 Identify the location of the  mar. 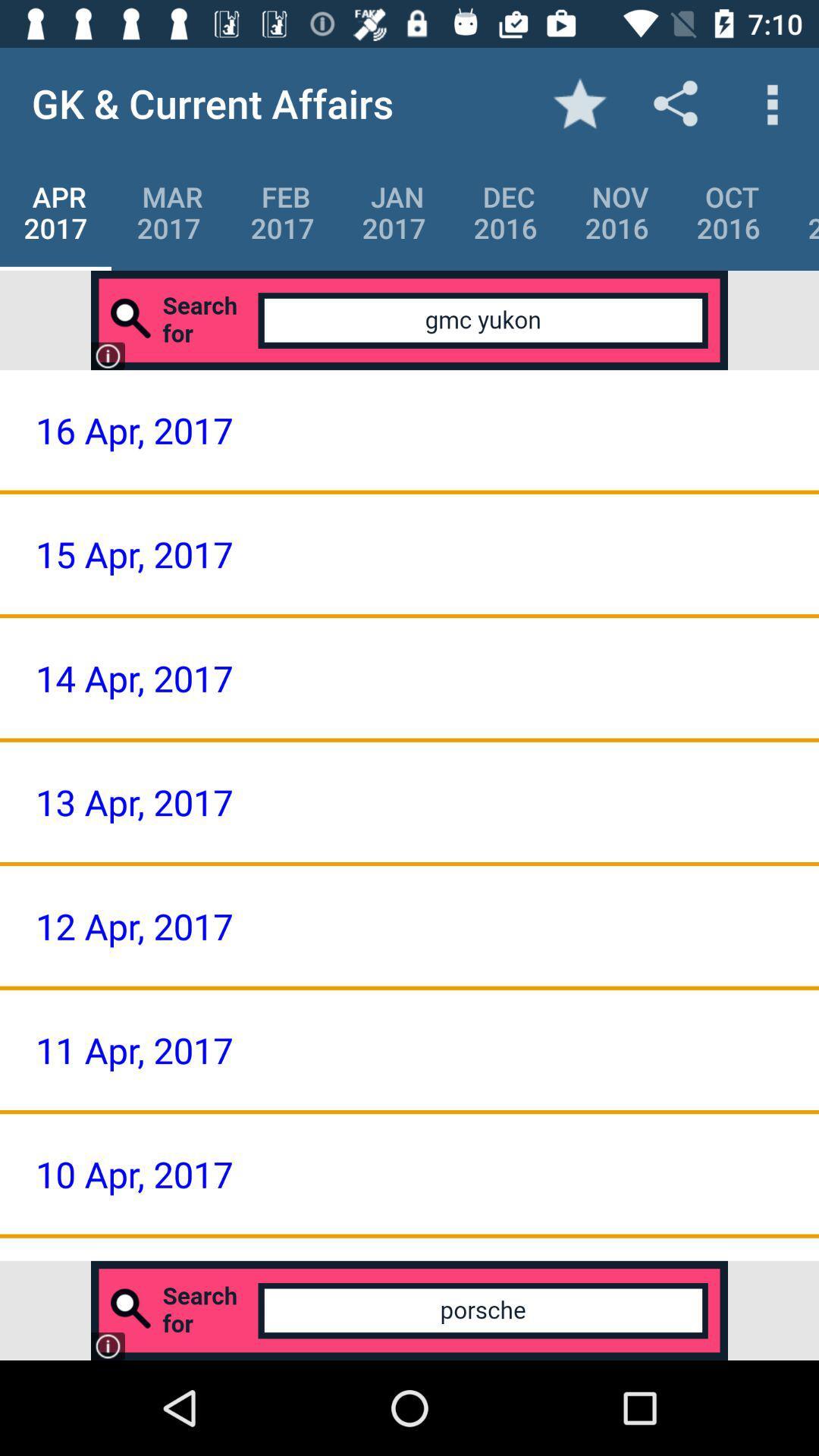
(169, 212).